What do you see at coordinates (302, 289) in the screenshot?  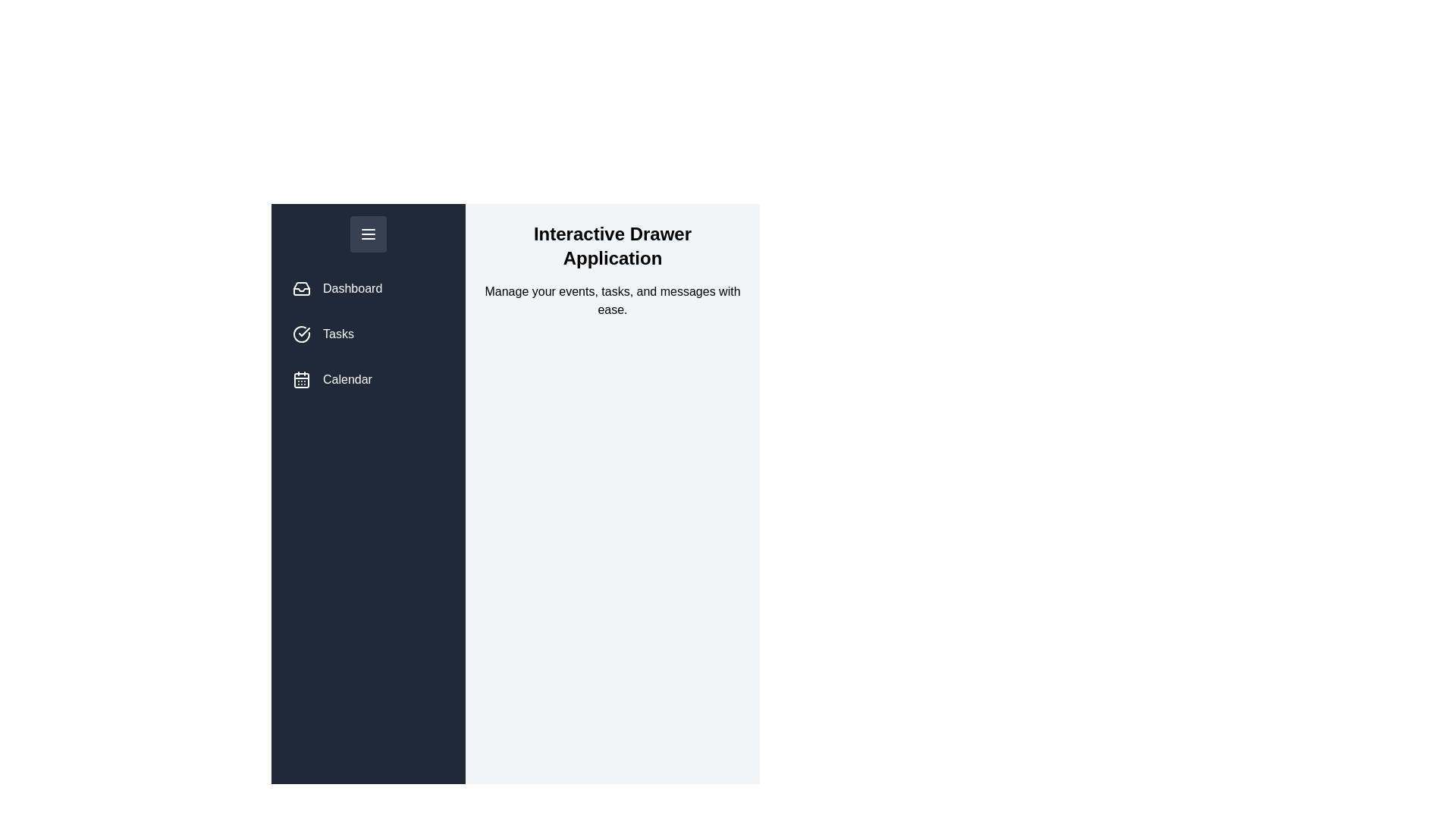 I see `the Dashboard icon located on the left side of the interface, which visually represents the Dashboard sidebar menu entry` at bounding box center [302, 289].